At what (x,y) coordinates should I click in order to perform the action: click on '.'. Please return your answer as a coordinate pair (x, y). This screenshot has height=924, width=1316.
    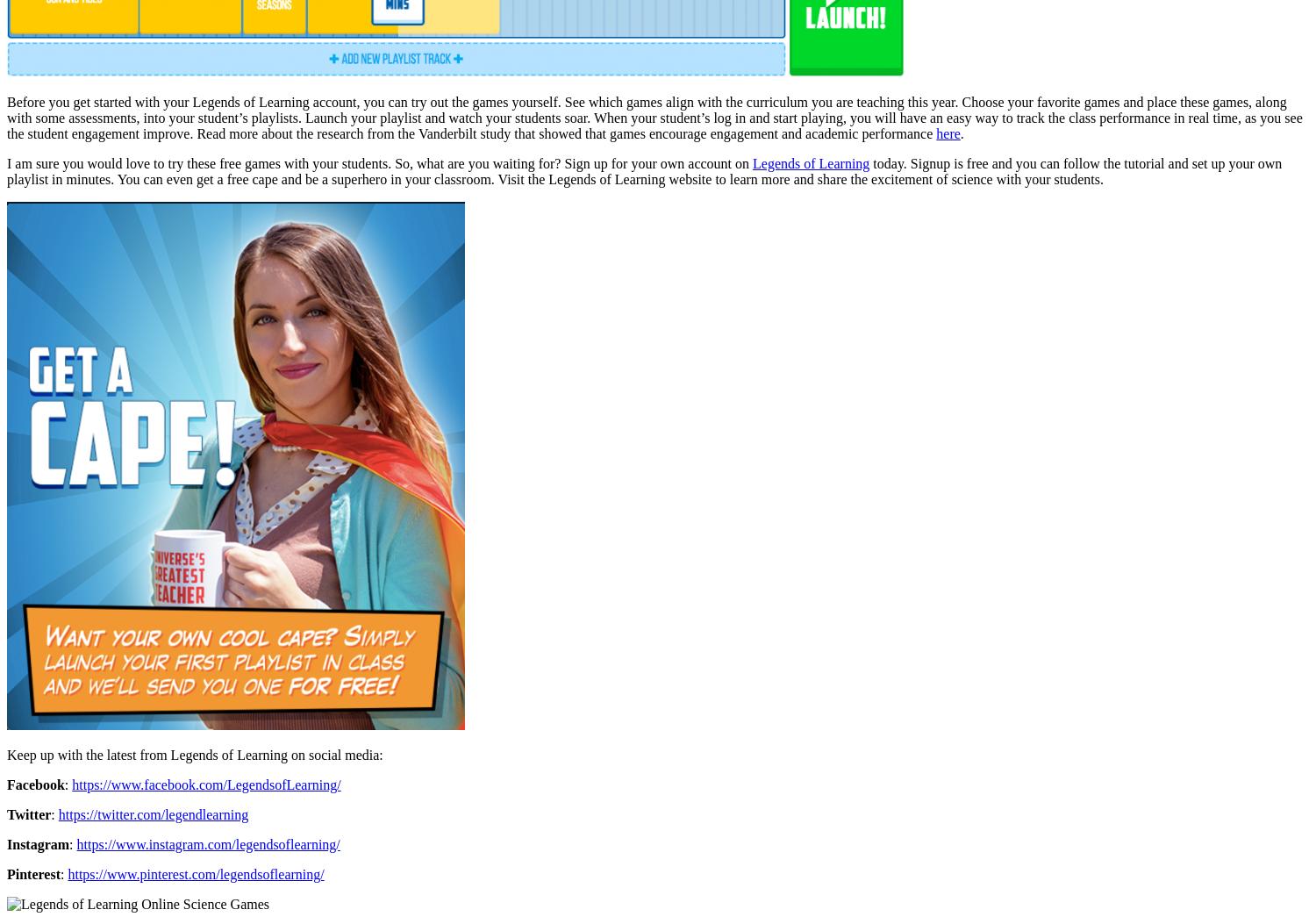
    Looking at the image, I should click on (961, 132).